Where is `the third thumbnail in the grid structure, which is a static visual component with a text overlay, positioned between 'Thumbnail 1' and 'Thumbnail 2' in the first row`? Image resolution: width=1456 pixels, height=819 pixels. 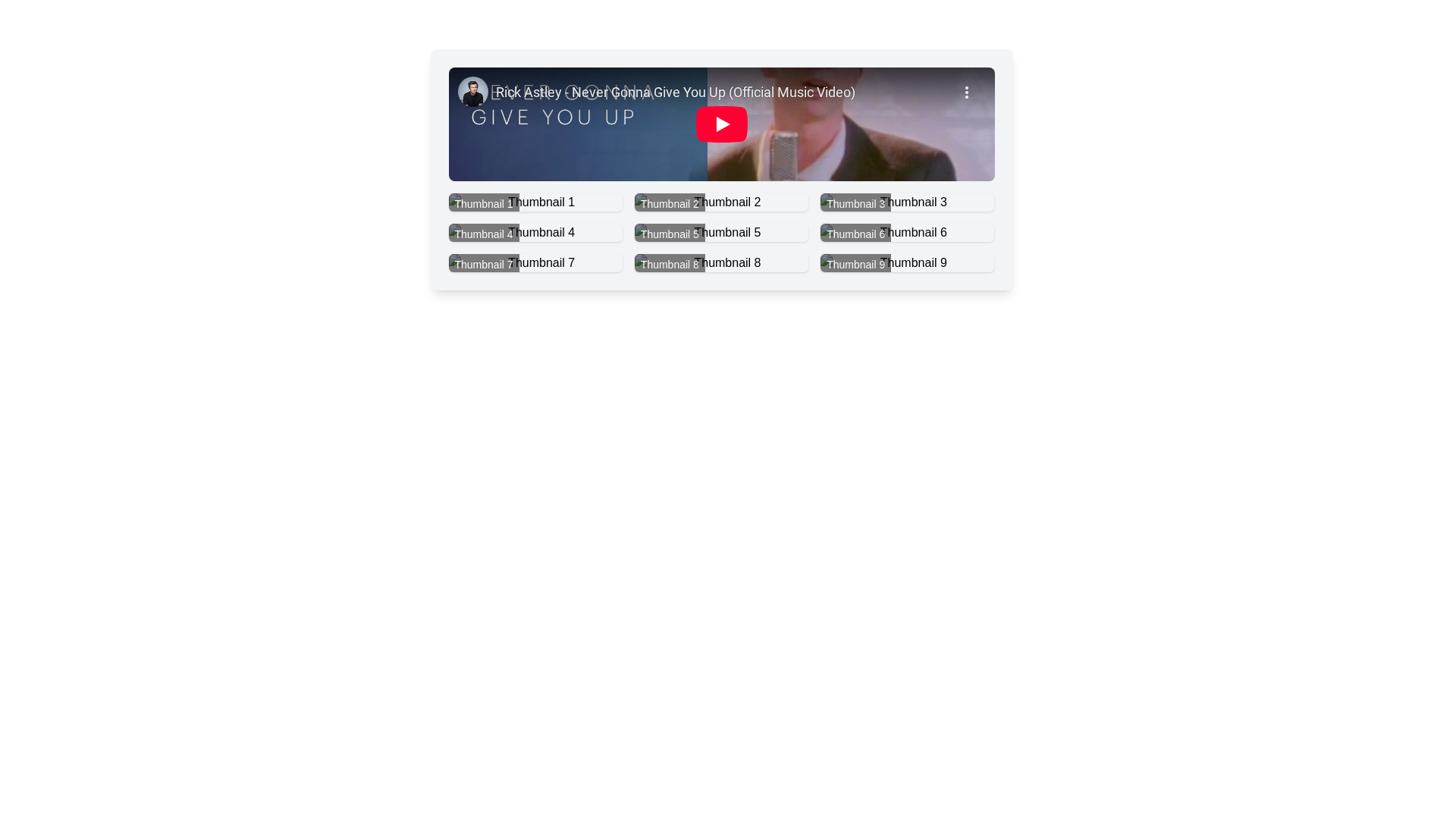
the third thumbnail in the grid structure, which is a static visual component with a text overlay, positioned between 'Thumbnail 1' and 'Thumbnail 2' in the first row is located at coordinates (907, 201).